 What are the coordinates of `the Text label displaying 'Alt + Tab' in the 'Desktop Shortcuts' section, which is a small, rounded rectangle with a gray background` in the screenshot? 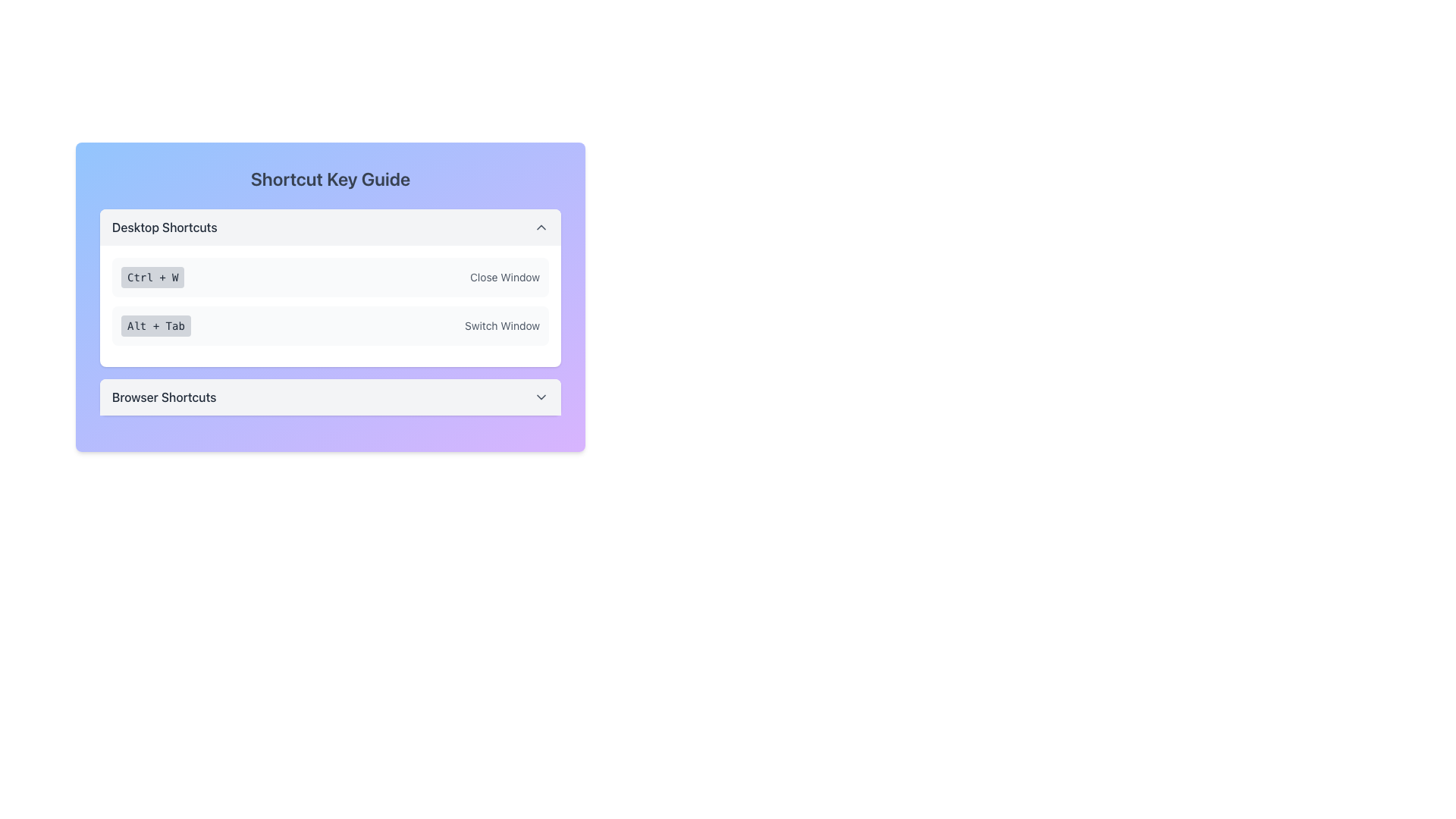 It's located at (156, 325).